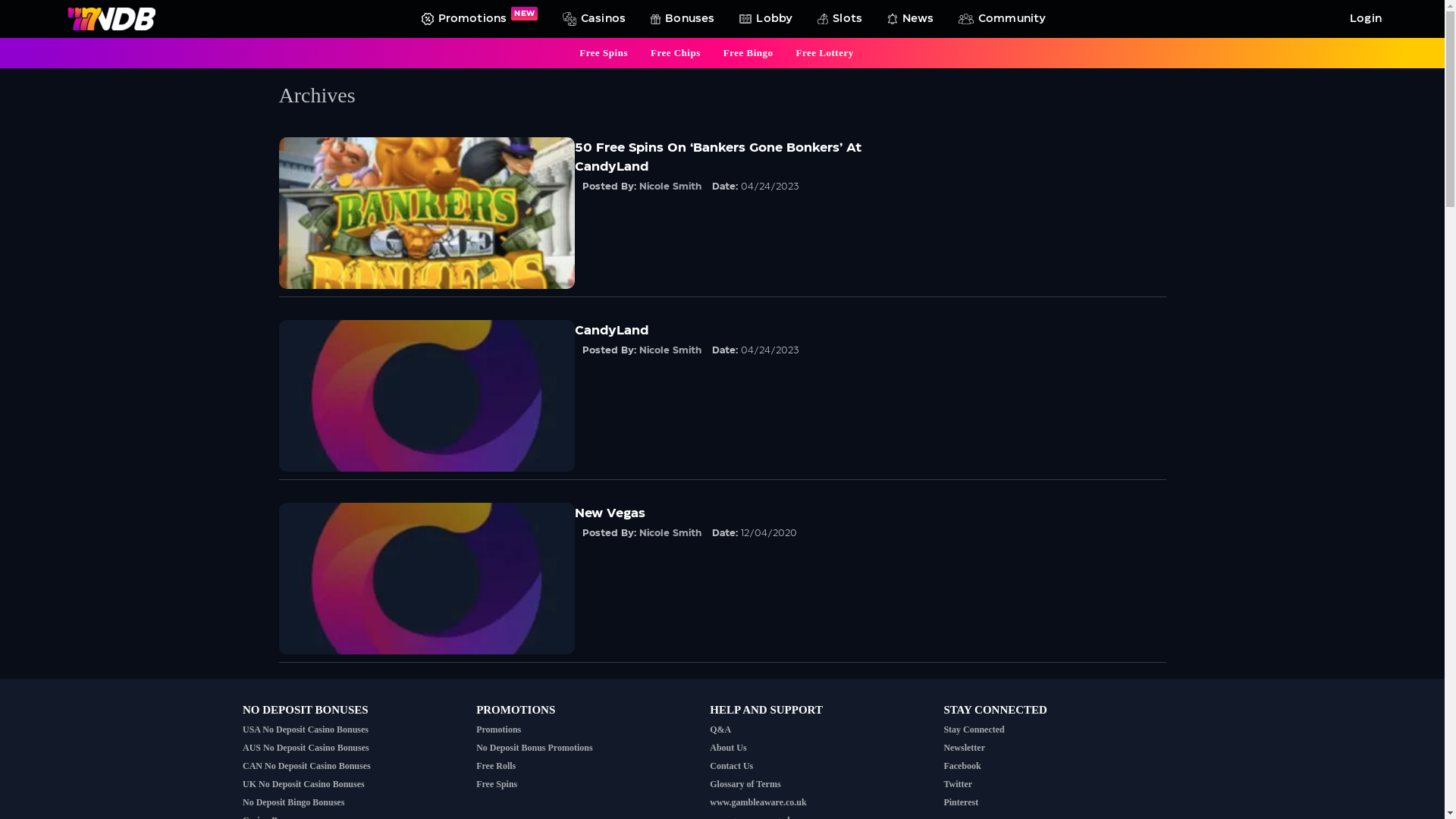 The width and height of the screenshot is (1456, 819). Describe the element at coordinates (243, 783) in the screenshot. I see `'UK No Deposit Casino Bonuses'` at that location.